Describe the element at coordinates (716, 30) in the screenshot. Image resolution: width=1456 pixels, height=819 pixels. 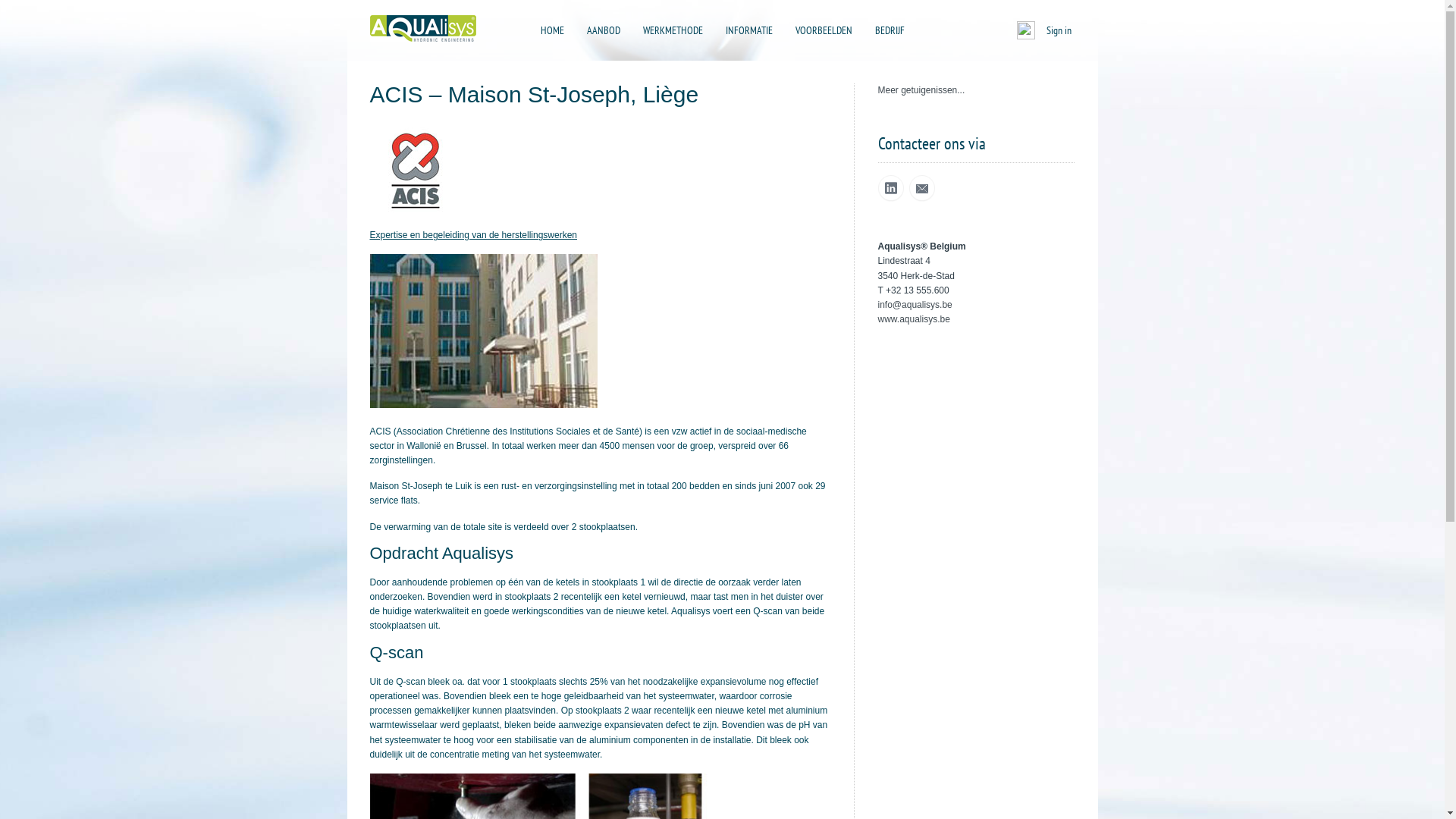
I see `'INFORMATIE'` at that location.